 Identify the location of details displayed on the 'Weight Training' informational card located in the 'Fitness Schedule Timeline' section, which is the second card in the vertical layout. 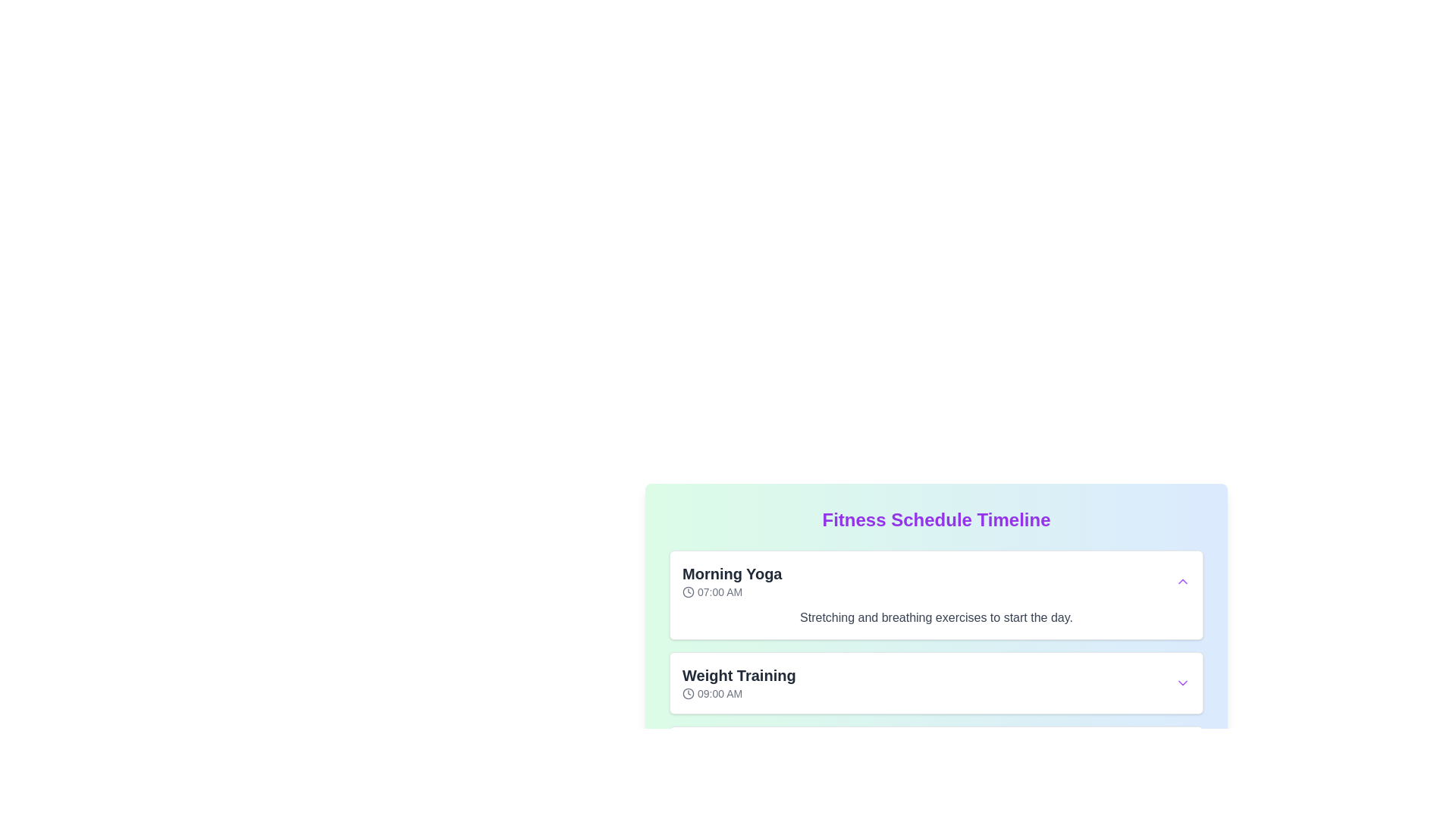
(935, 683).